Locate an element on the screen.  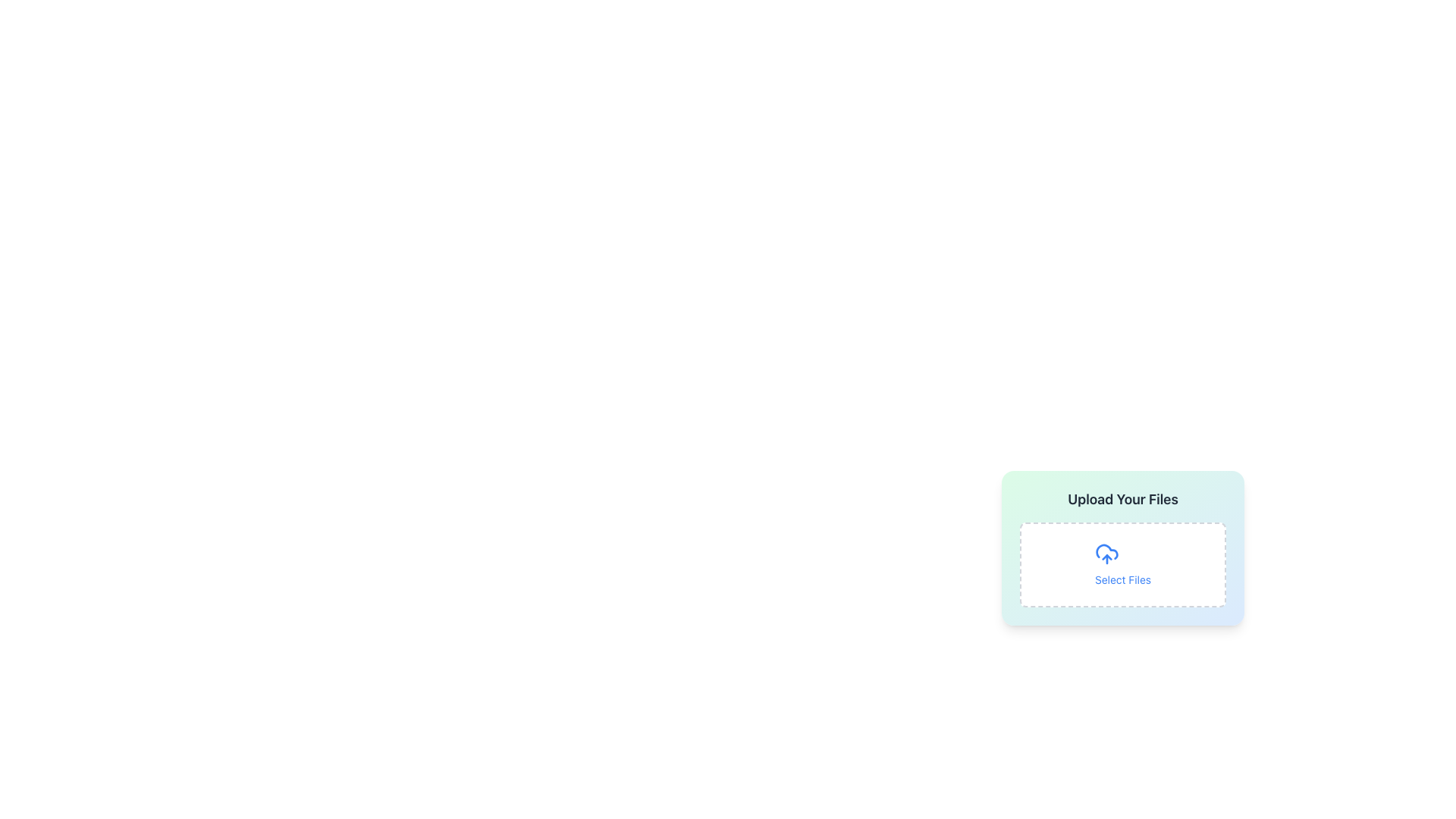
instructions in the File Upload Section, which contains the title 'Upload Your Files' and a dashed-border box for file selection is located at coordinates (1123, 579).